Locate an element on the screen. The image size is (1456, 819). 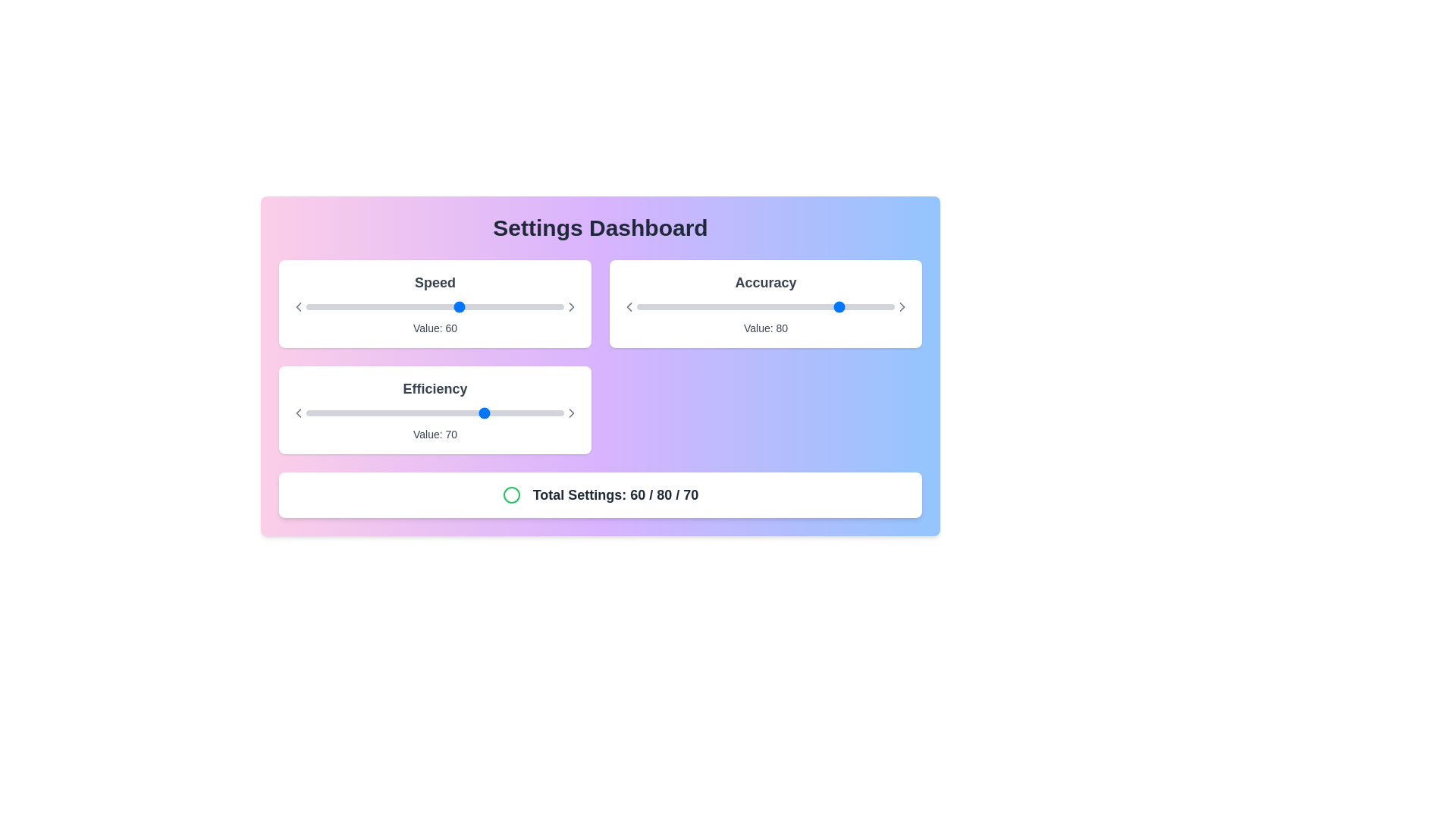
the speed setting is located at coordinates (510, 307).